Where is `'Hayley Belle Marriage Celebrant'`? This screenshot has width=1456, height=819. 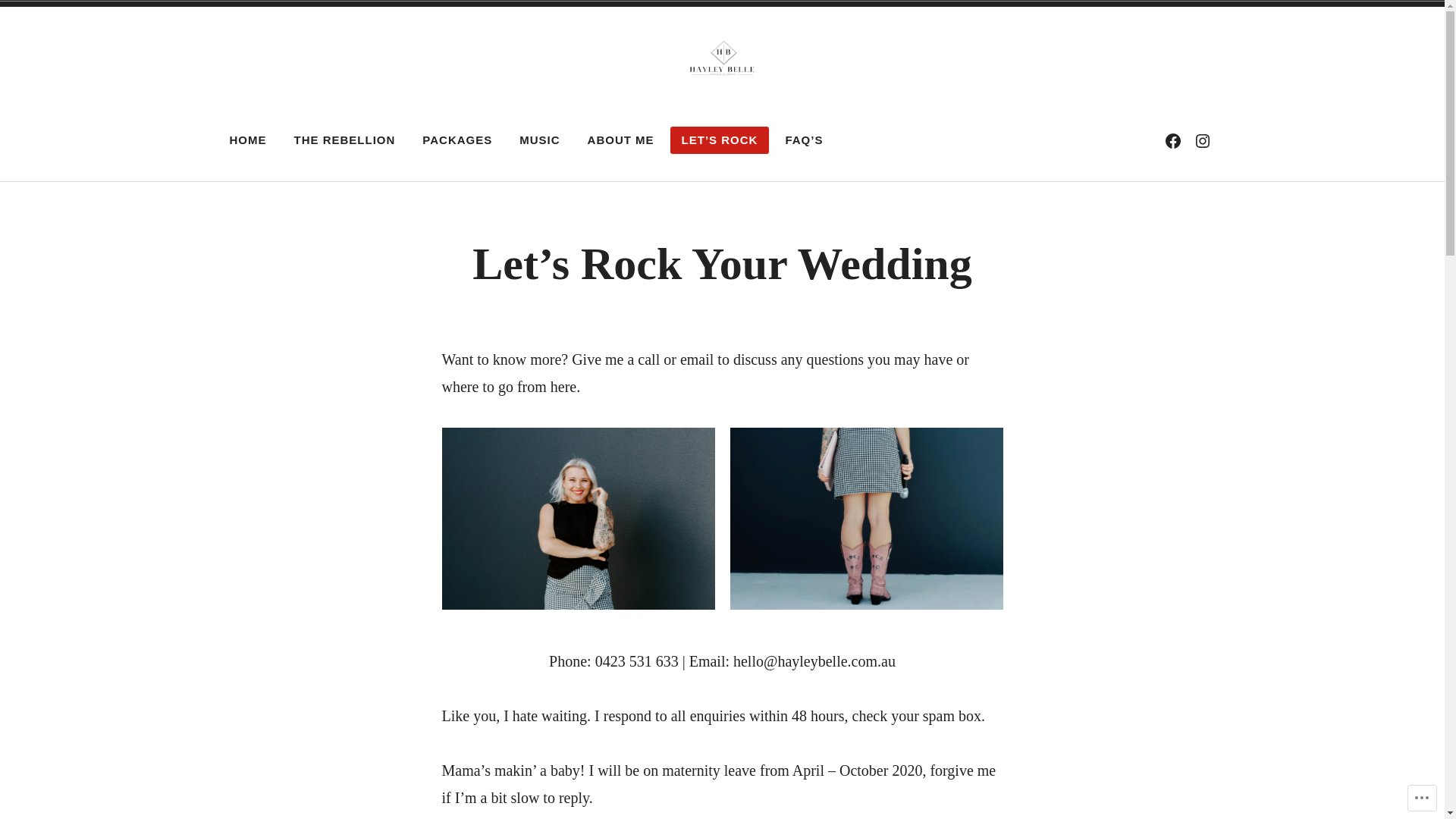 'Hayley Belle Marriage Celebrant' is located at coordinates (551, 121).